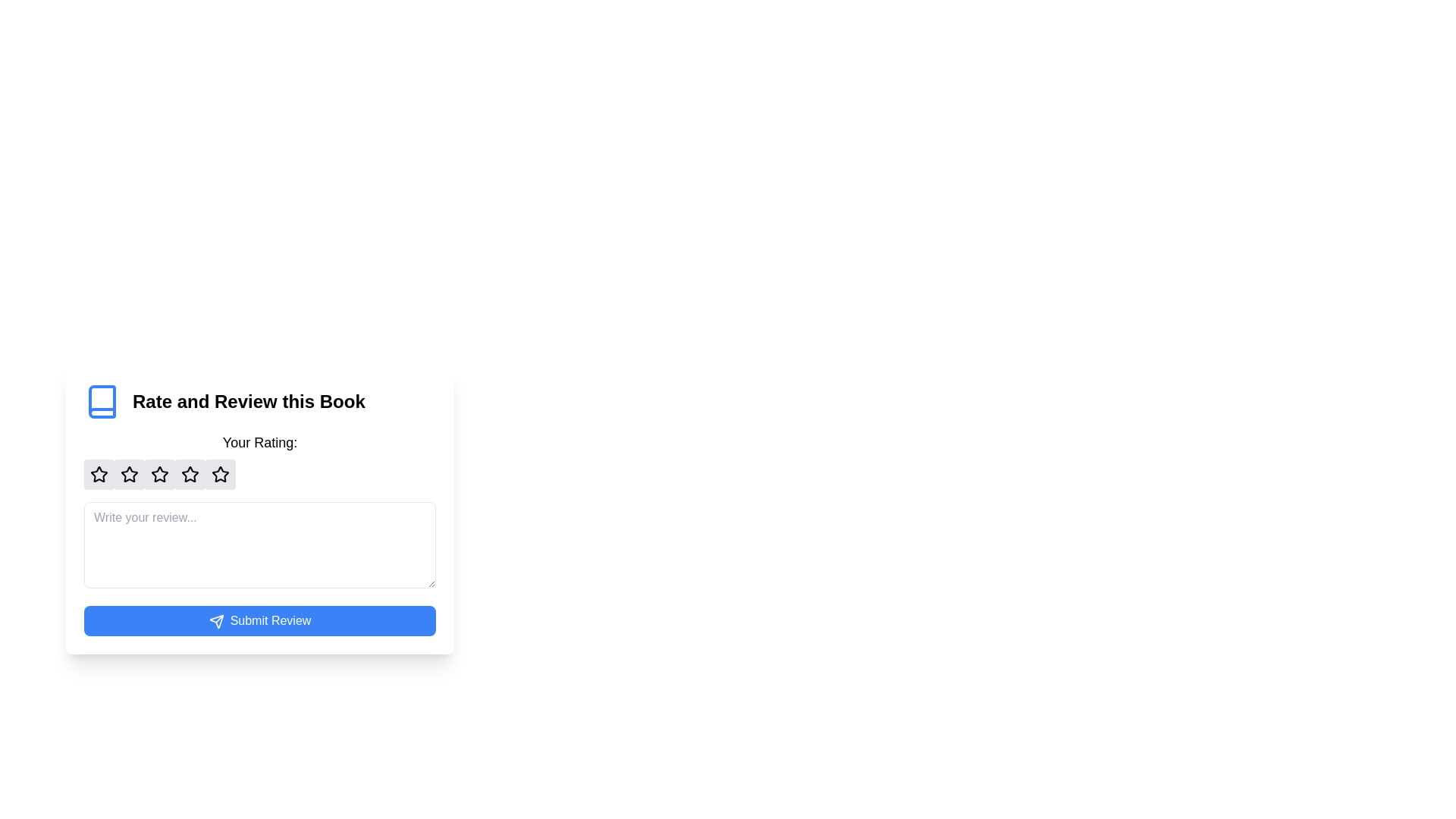  I want to click on the second star in the rating system located beneath the heading 'Your Rating:', so click(160, 473).